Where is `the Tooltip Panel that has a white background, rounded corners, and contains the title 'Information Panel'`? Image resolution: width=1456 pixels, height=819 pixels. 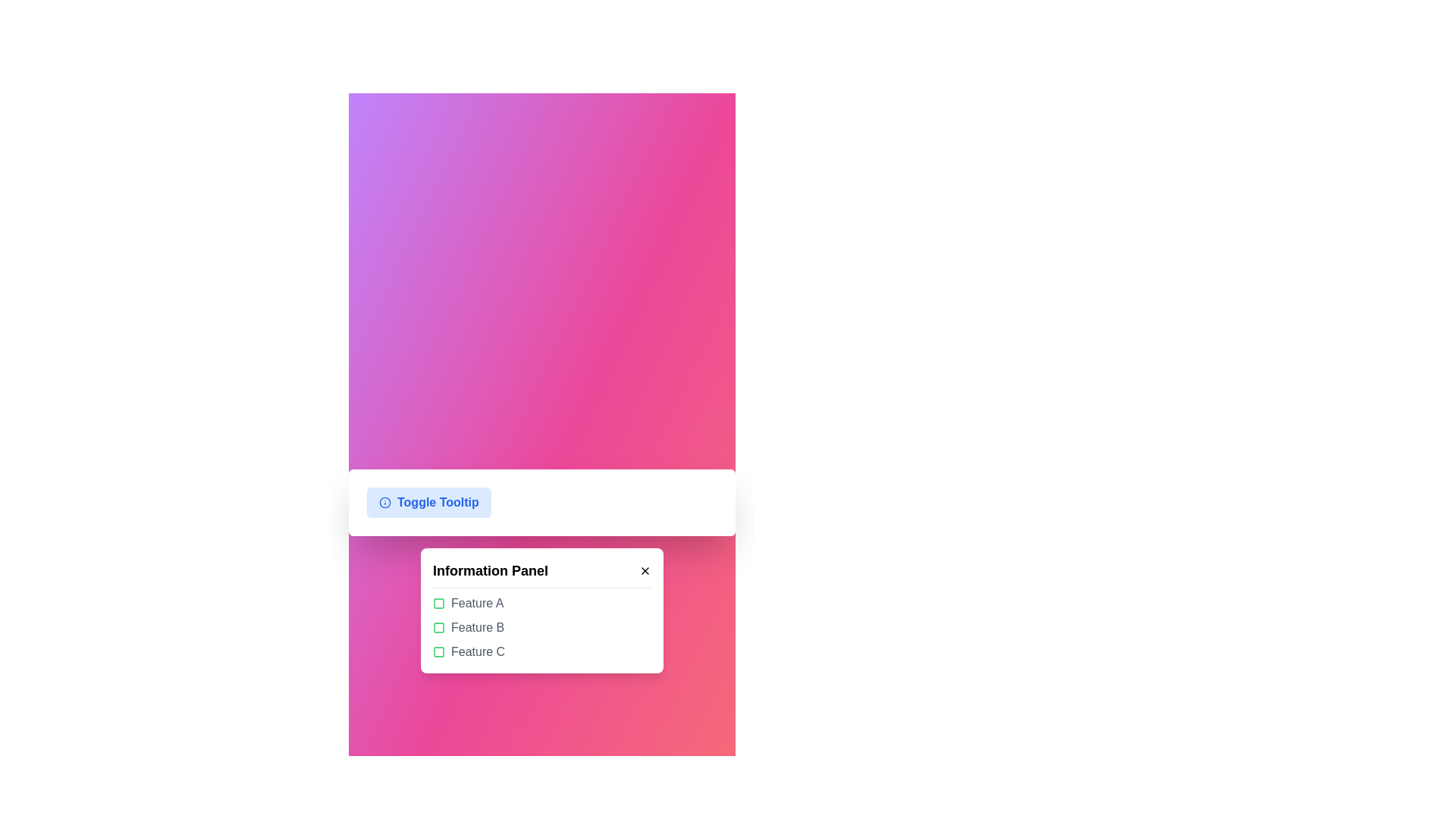 the Tooltip Panel that has a white background, rounded corners, and contains the title 'Information Panel' is located at coordinates (542, 610).